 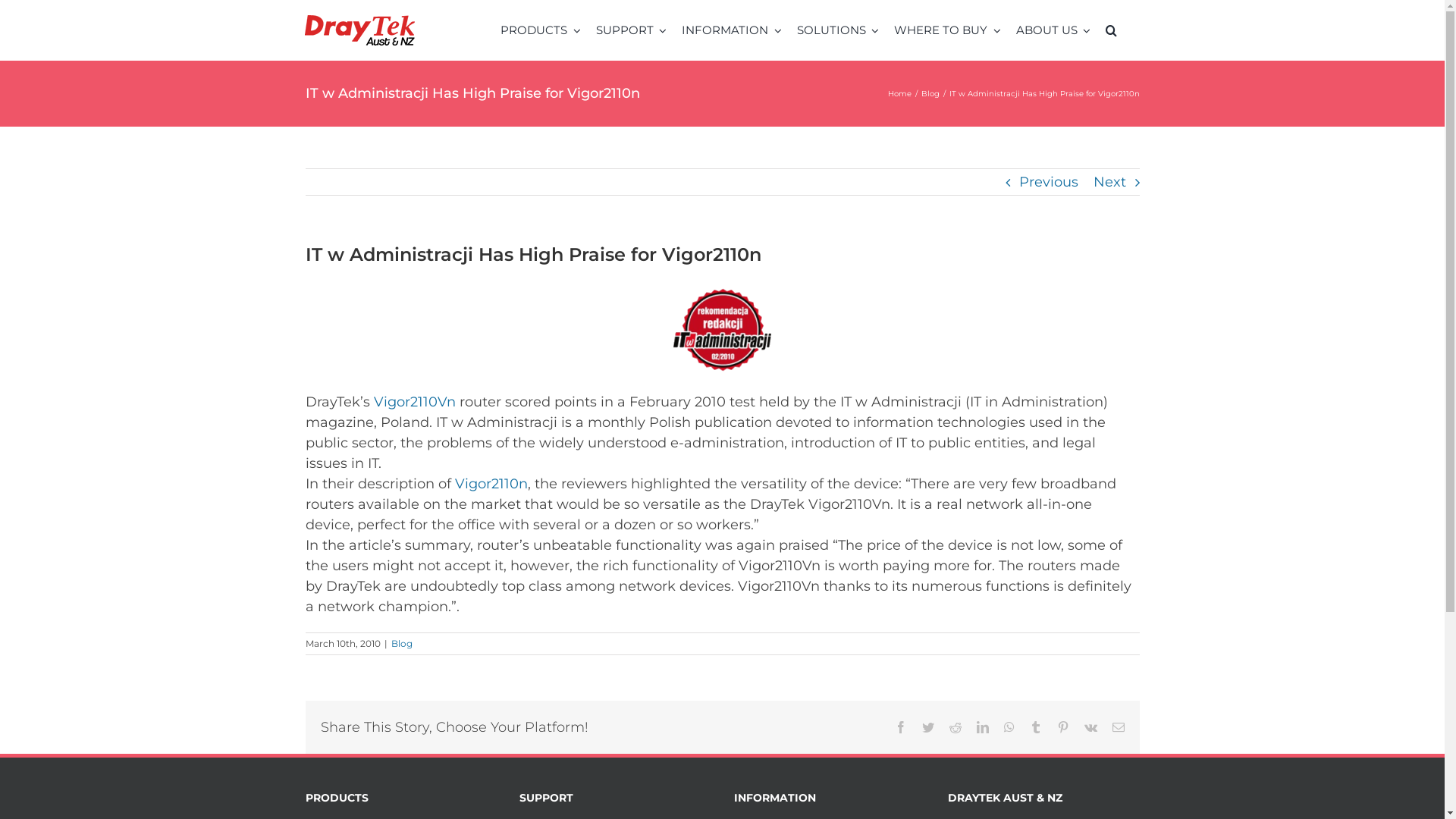 What do you see at coordinates (946, 30) in the screenshot?
I see `'WHERE TO BUY'` at bounding box center [946, 30].